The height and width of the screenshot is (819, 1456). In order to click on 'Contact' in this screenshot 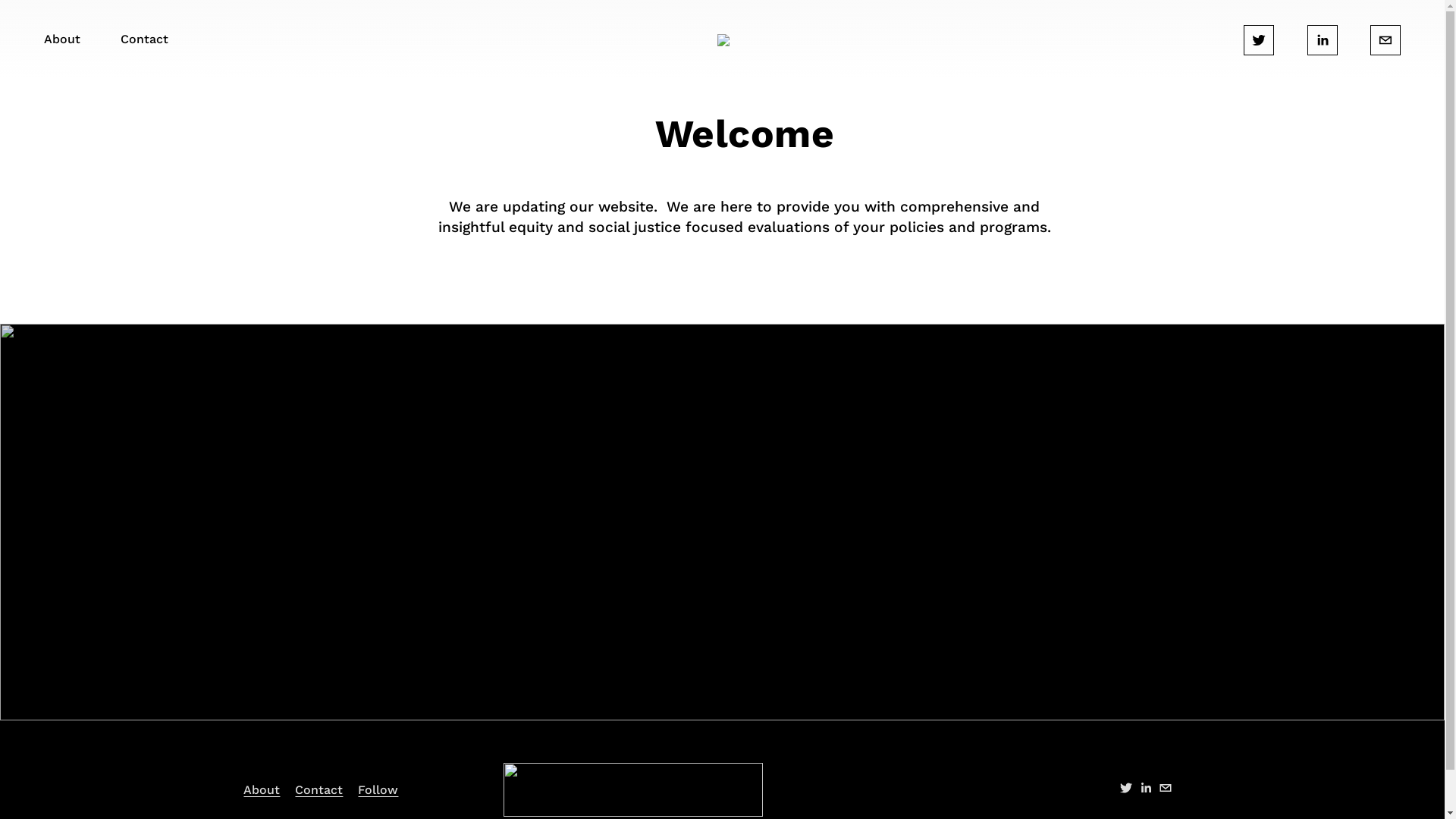, I will do `click(294, 789)`.